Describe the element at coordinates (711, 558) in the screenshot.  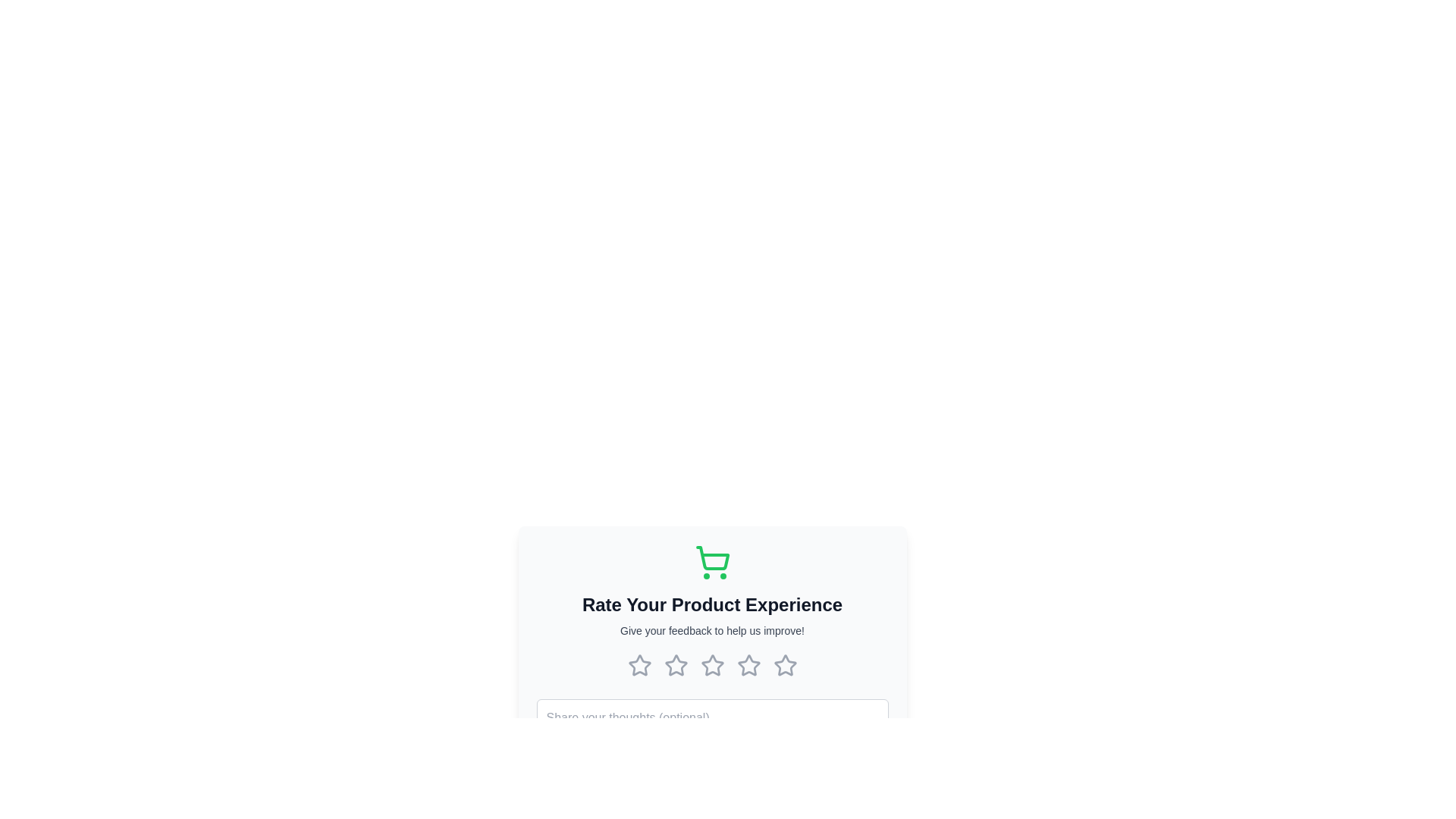
I see `the shopping cart icon, which is green and located near the top center of the layout, representing the main body of the icon` at that location.